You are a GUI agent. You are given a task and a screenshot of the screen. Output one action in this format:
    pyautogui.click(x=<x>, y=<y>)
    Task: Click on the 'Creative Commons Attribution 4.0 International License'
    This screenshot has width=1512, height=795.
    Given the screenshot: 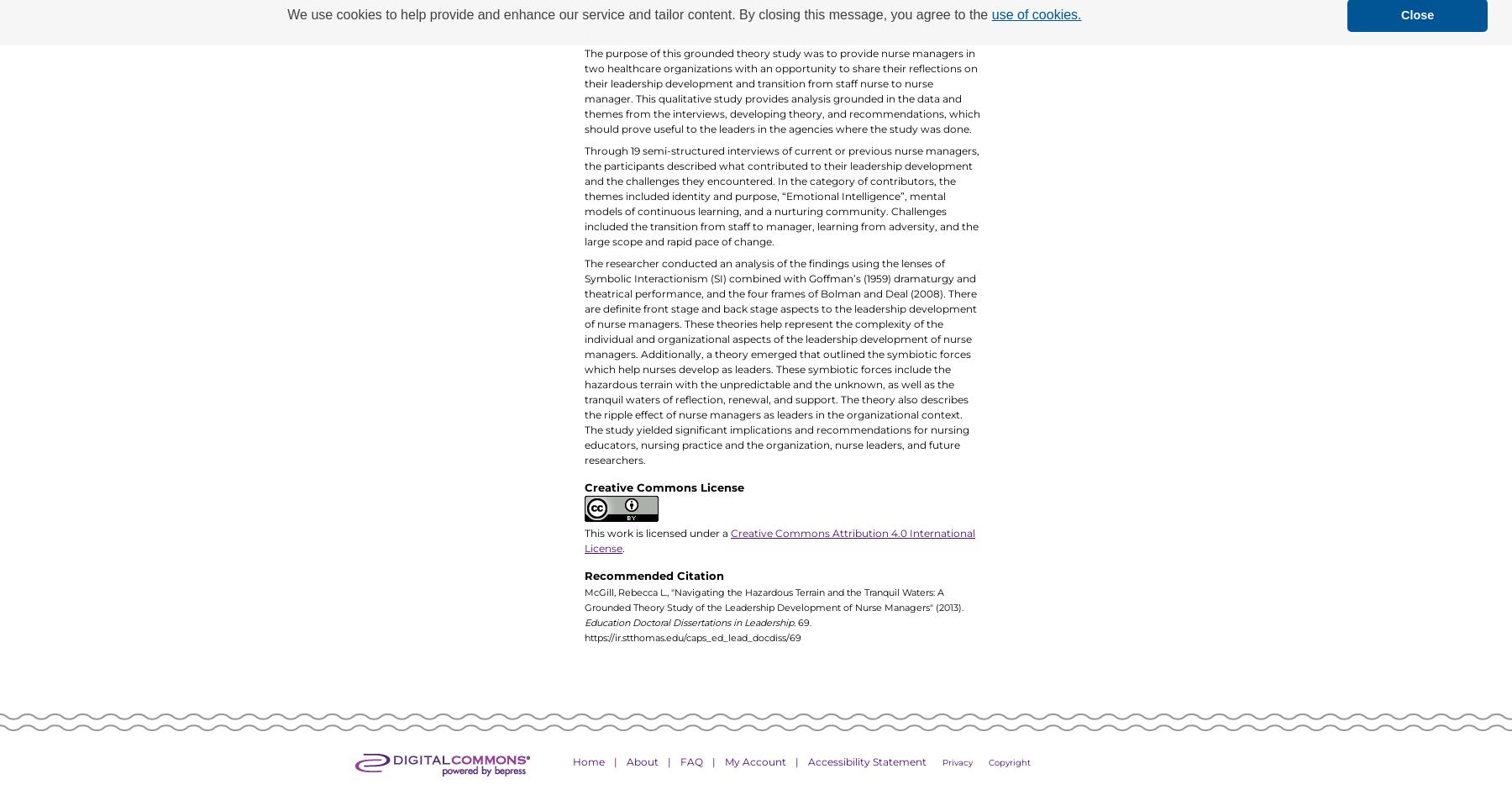 What is the action you would take?
    pyautogui.click(x=779, y=540)
    